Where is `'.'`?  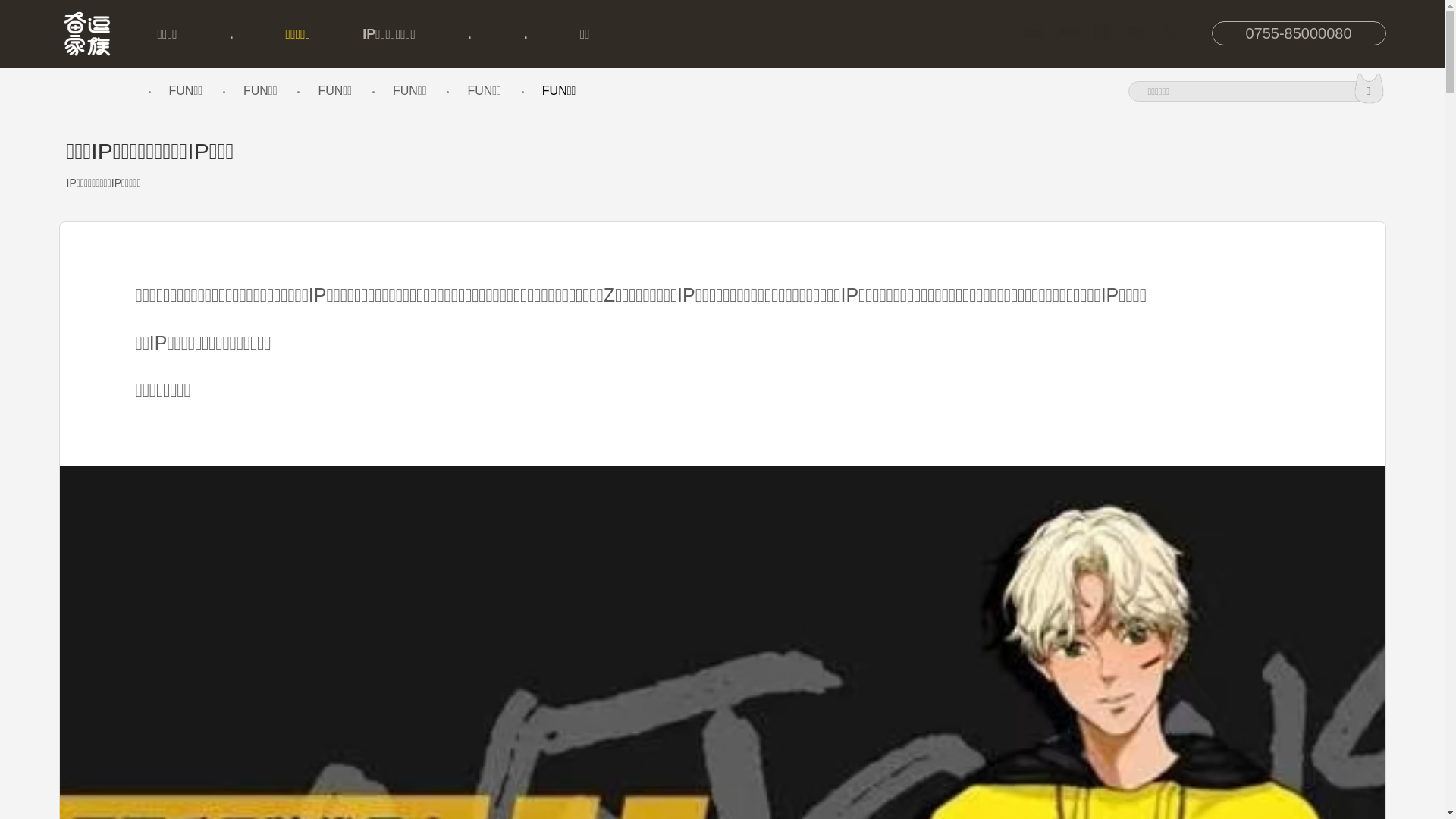 '.' is located at coordinates (228, 34).